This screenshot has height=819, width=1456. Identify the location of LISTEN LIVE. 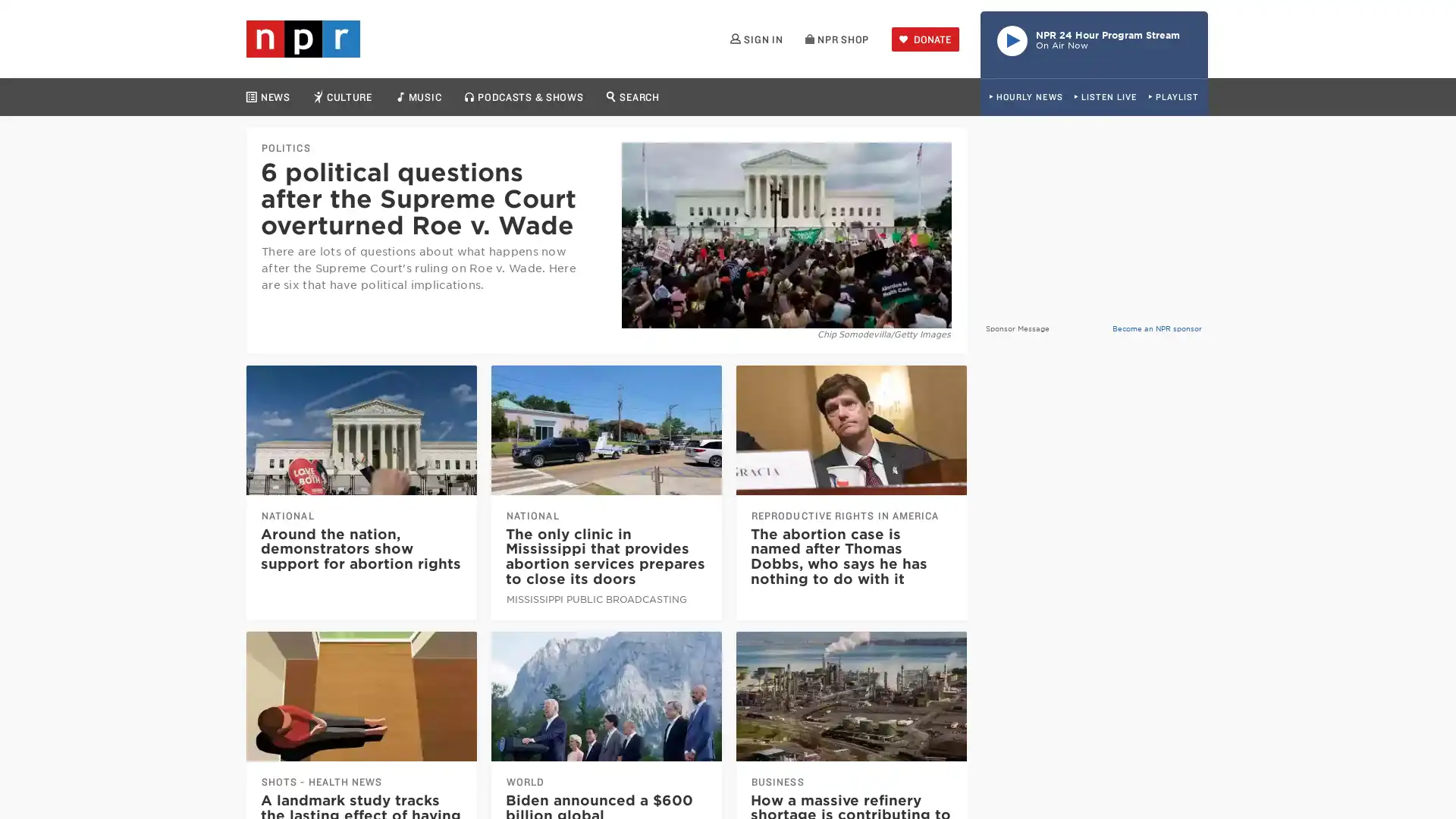
(1105, 97).